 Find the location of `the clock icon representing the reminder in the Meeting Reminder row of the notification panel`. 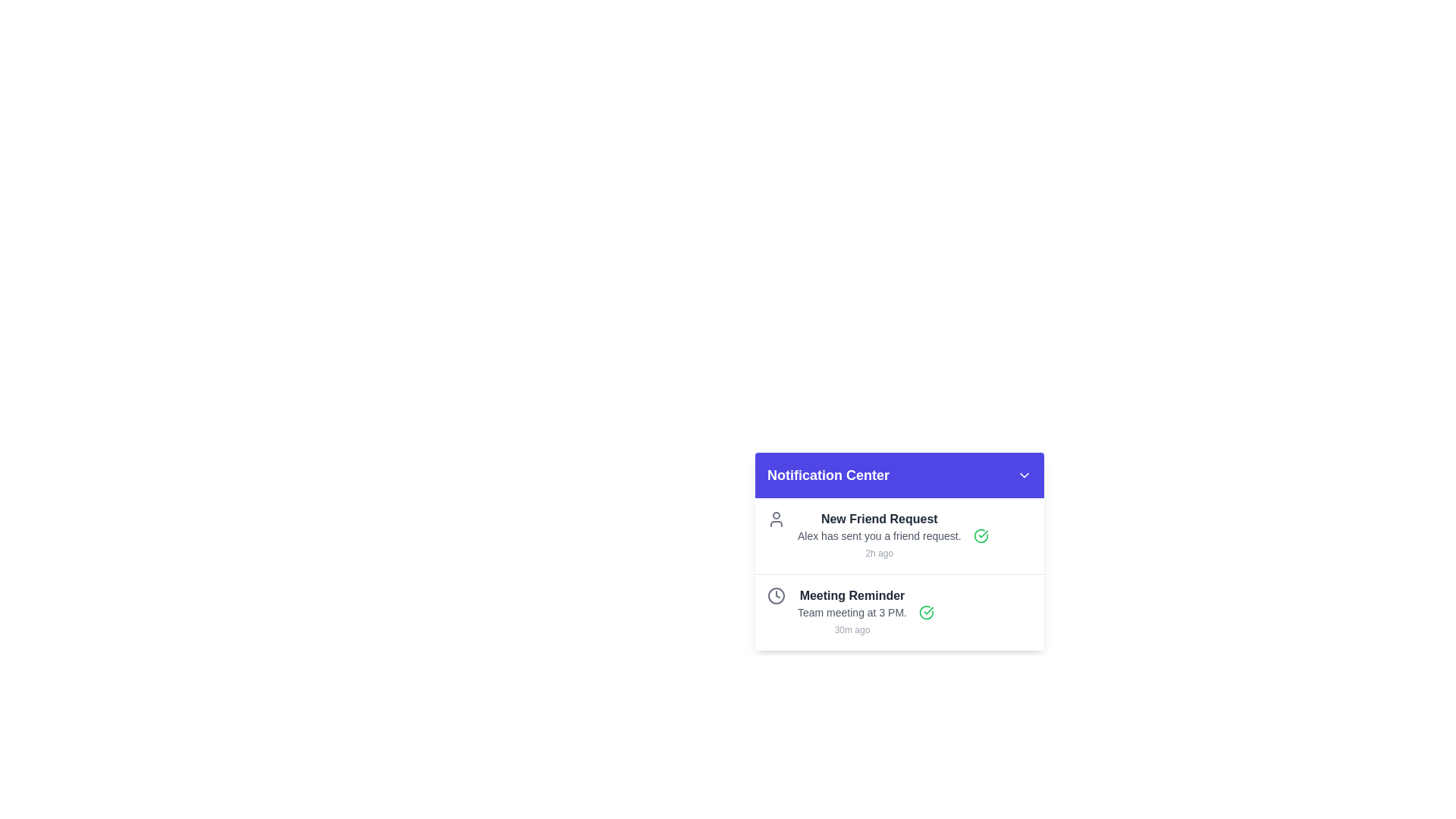

the clock icon representing the reminder in the Meeting Reminder row of the notification panel is located at coordinates (776, 595).